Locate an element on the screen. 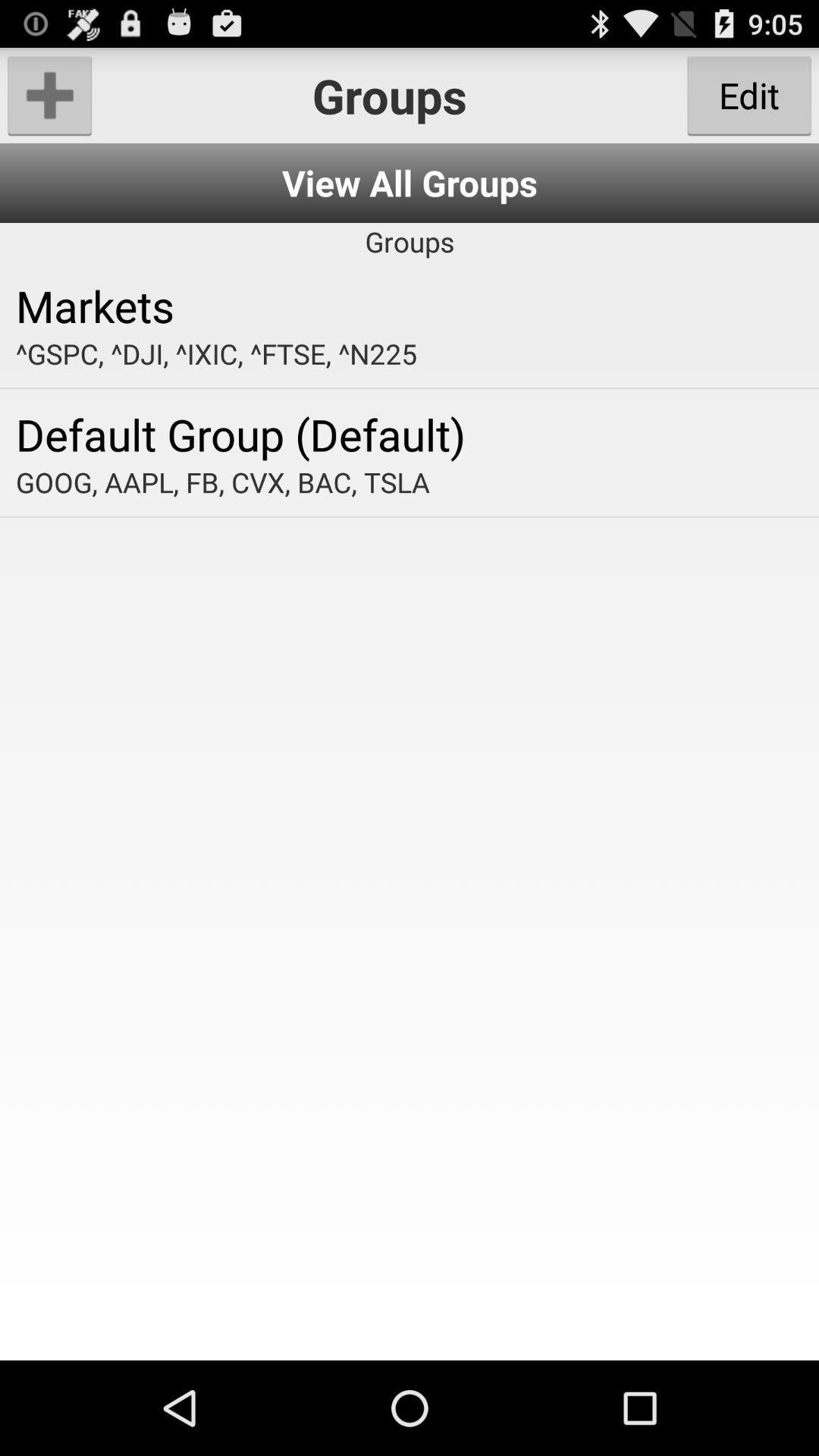 This screenshot has width=819, height=1456. click add option is located at coordinates (49, 94).